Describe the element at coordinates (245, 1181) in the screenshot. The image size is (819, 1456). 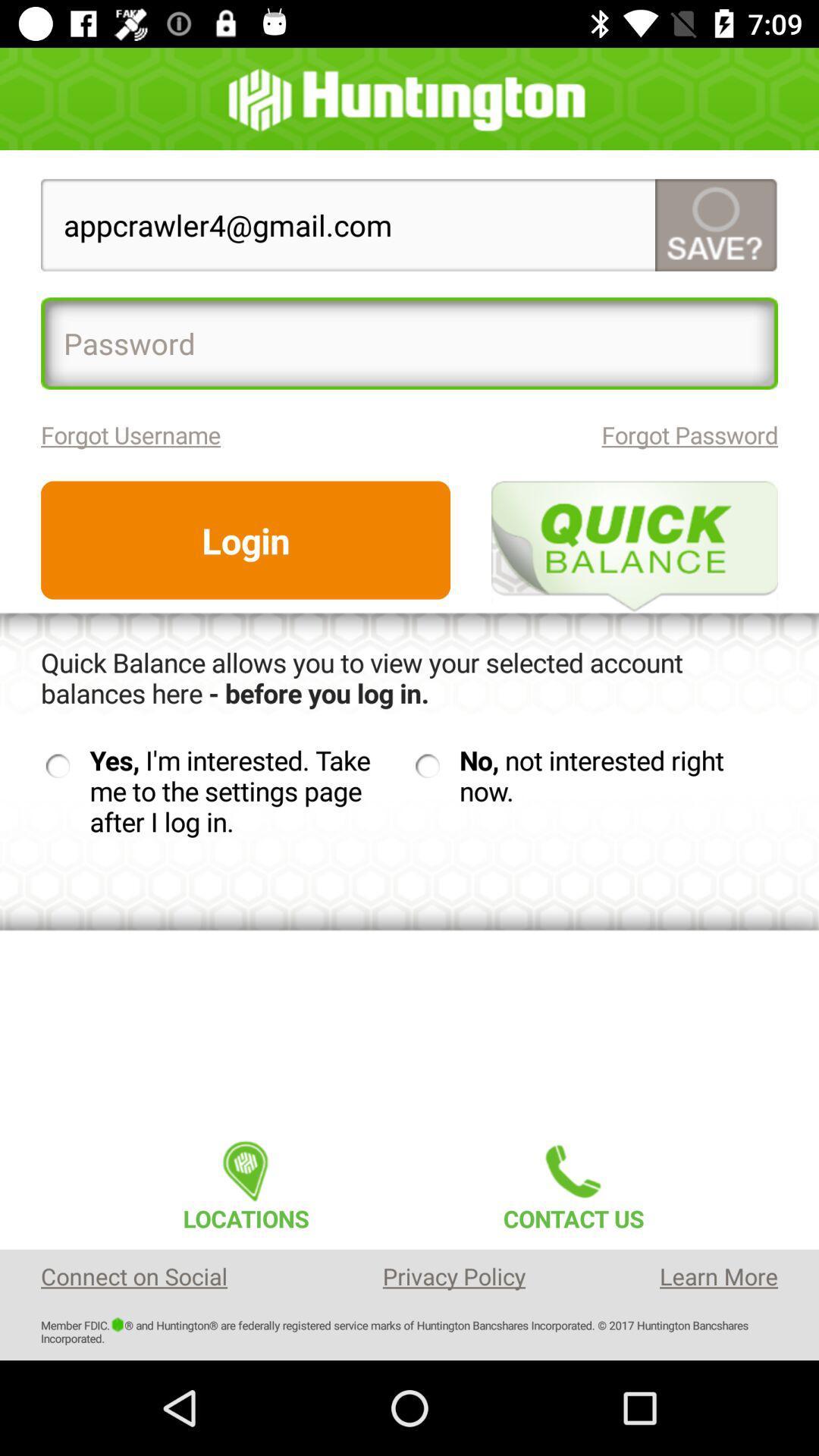
I see `locations` at that location.